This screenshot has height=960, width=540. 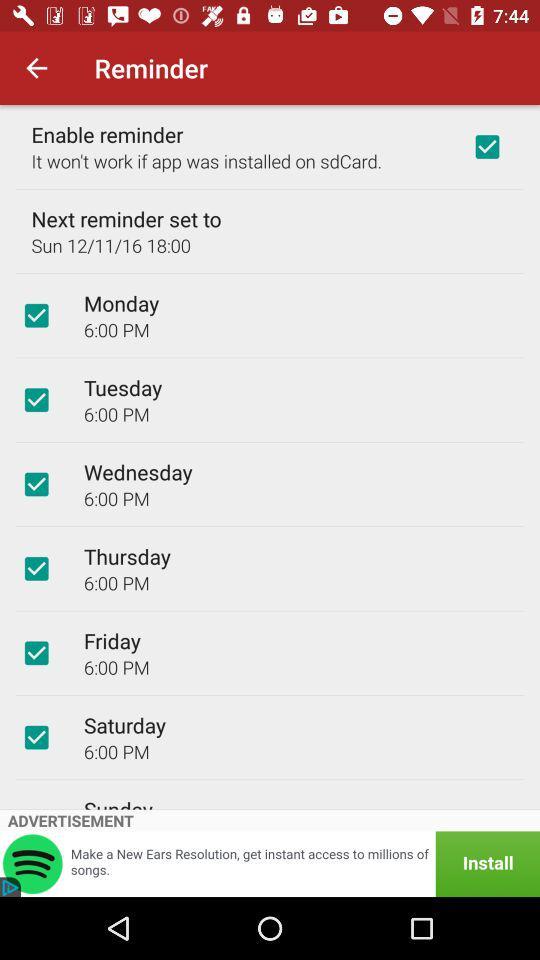 What do you see at coordinates (486, 145) in the screenshot?
I see `icon to the right of the enable reminder` at bounding box center [486, 145].